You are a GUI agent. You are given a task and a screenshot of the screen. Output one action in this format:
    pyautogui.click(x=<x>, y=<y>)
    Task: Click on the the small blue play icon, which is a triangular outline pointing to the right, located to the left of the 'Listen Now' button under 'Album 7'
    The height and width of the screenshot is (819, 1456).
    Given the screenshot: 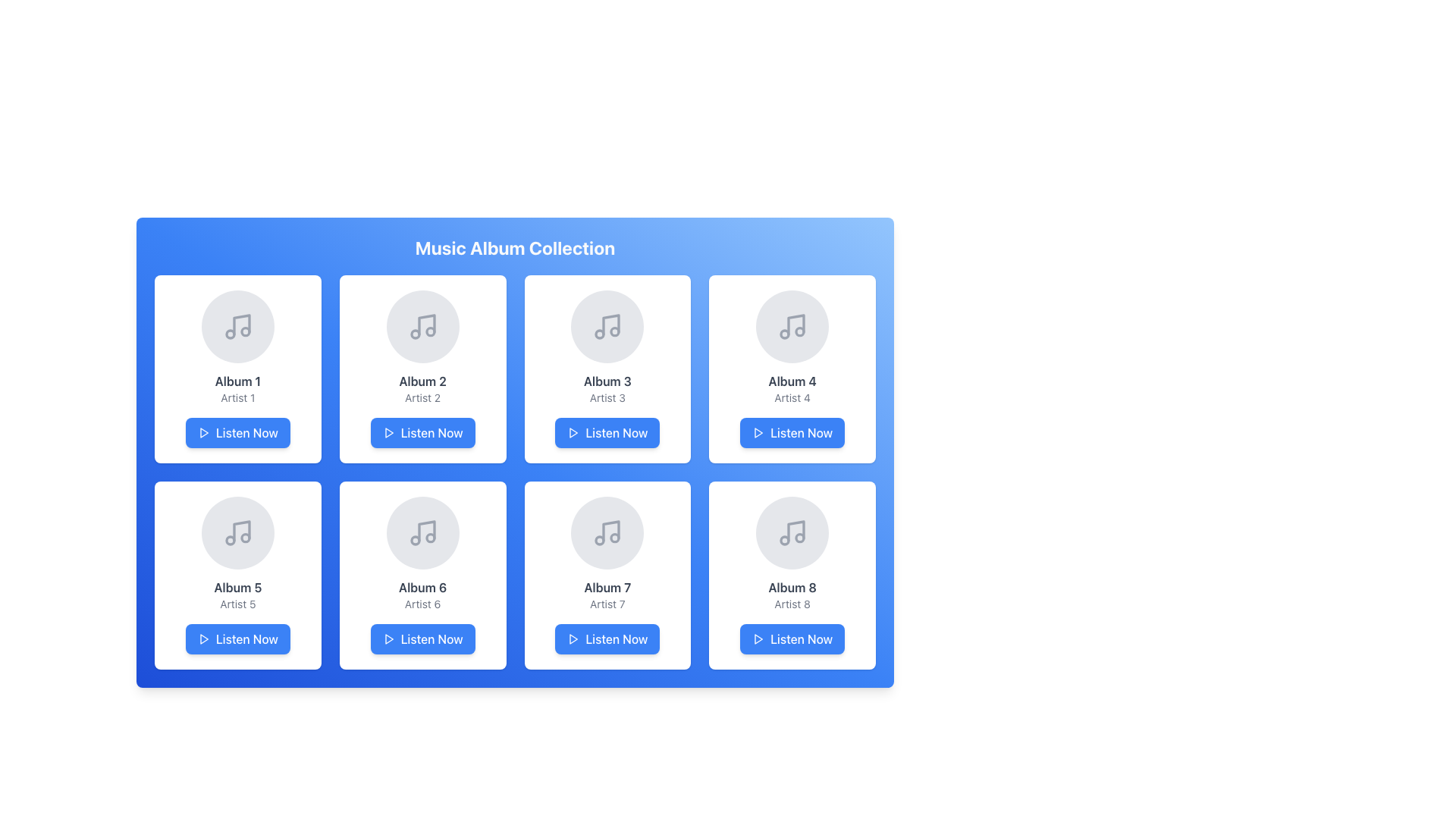 What is the action you would take?
    pyautogui.click(x=573, y=639)
    